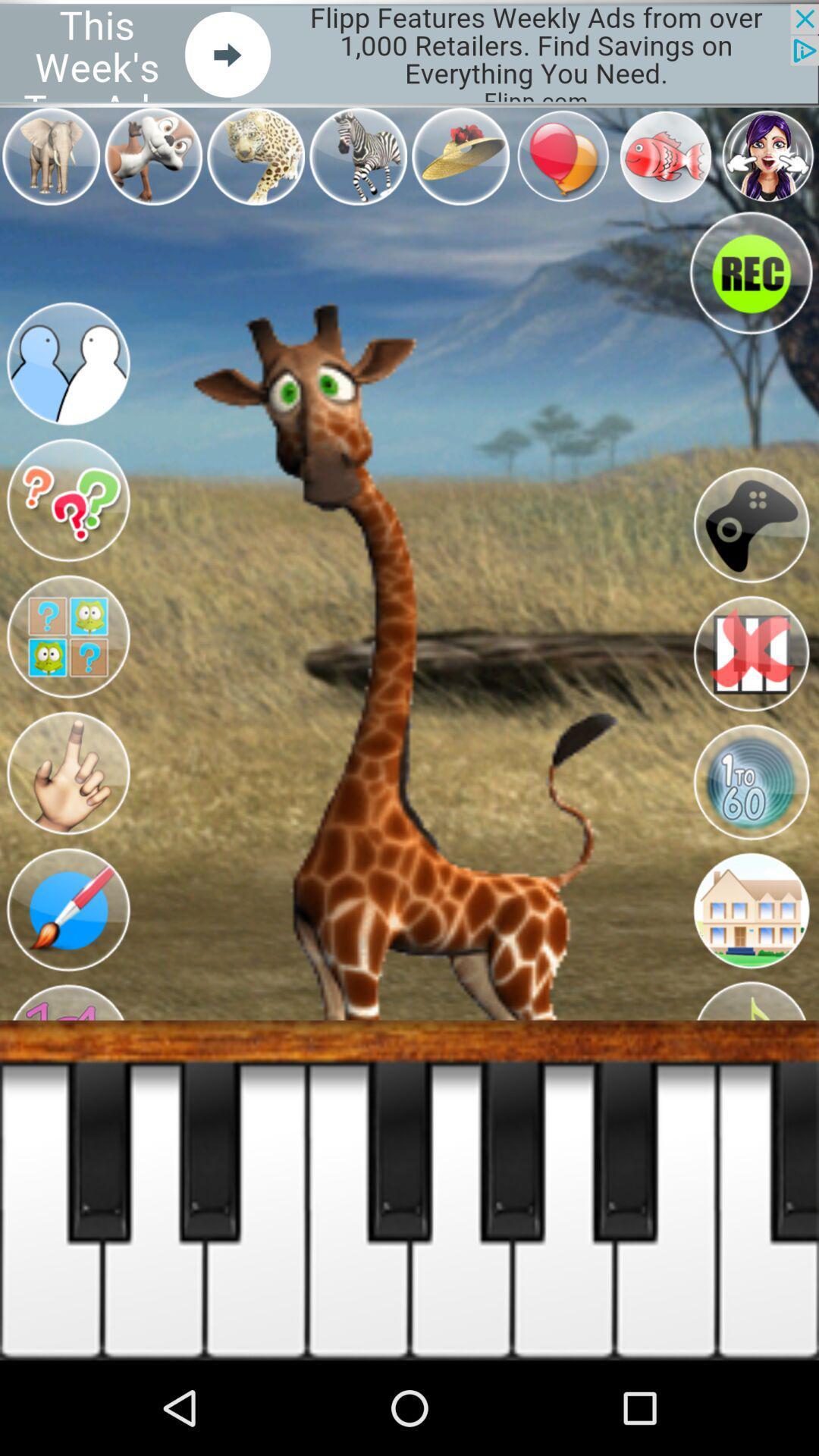  I want to click on fifth image on right from top, so click(751, 783).